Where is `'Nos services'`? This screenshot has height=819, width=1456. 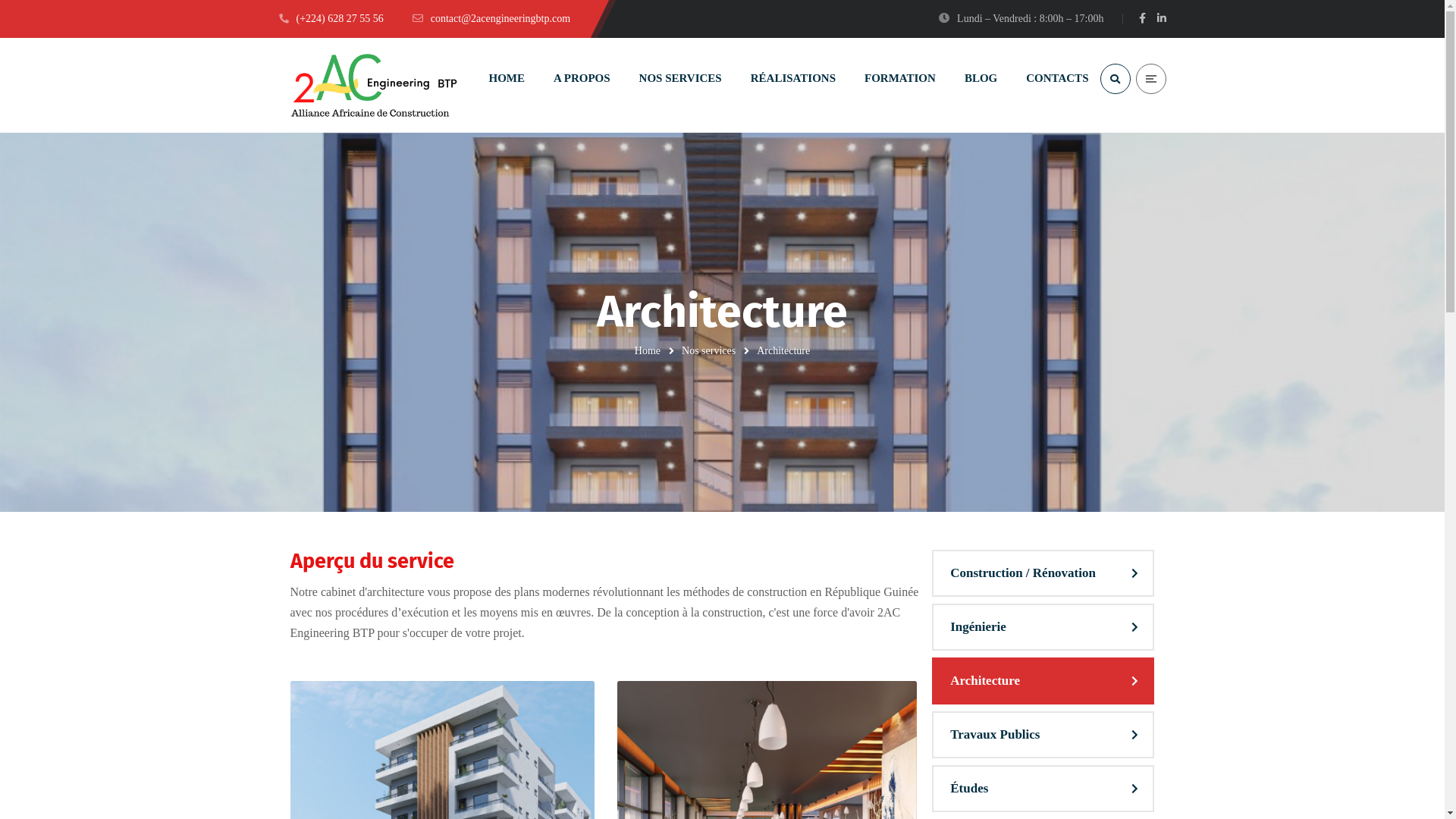 'Nos services' is located at coordinates (708, 350).